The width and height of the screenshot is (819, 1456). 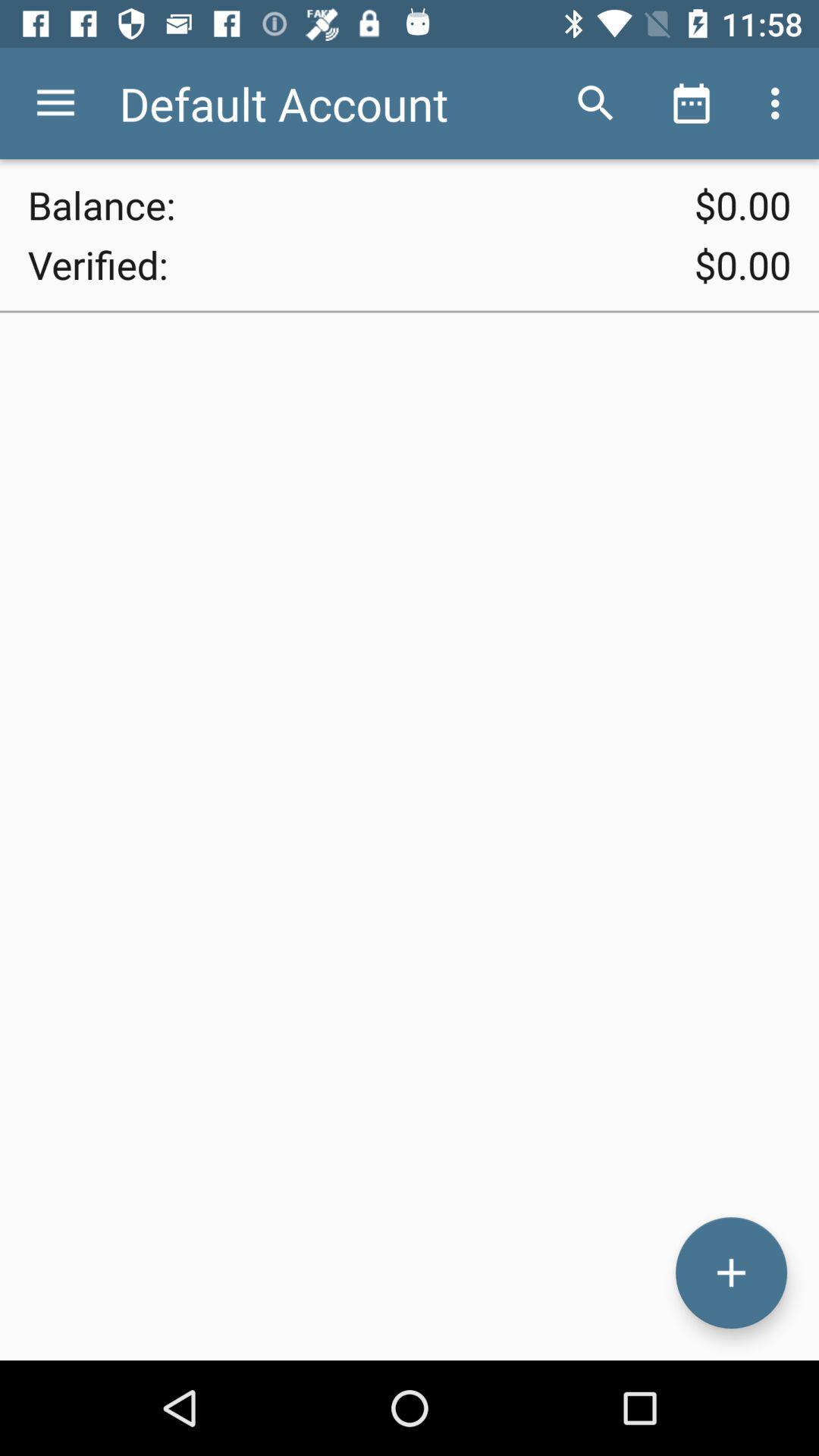 What do you see at coordinates (730, 1272) in the screenshot?
I see `a new account` at bounding box center [730, 1272].